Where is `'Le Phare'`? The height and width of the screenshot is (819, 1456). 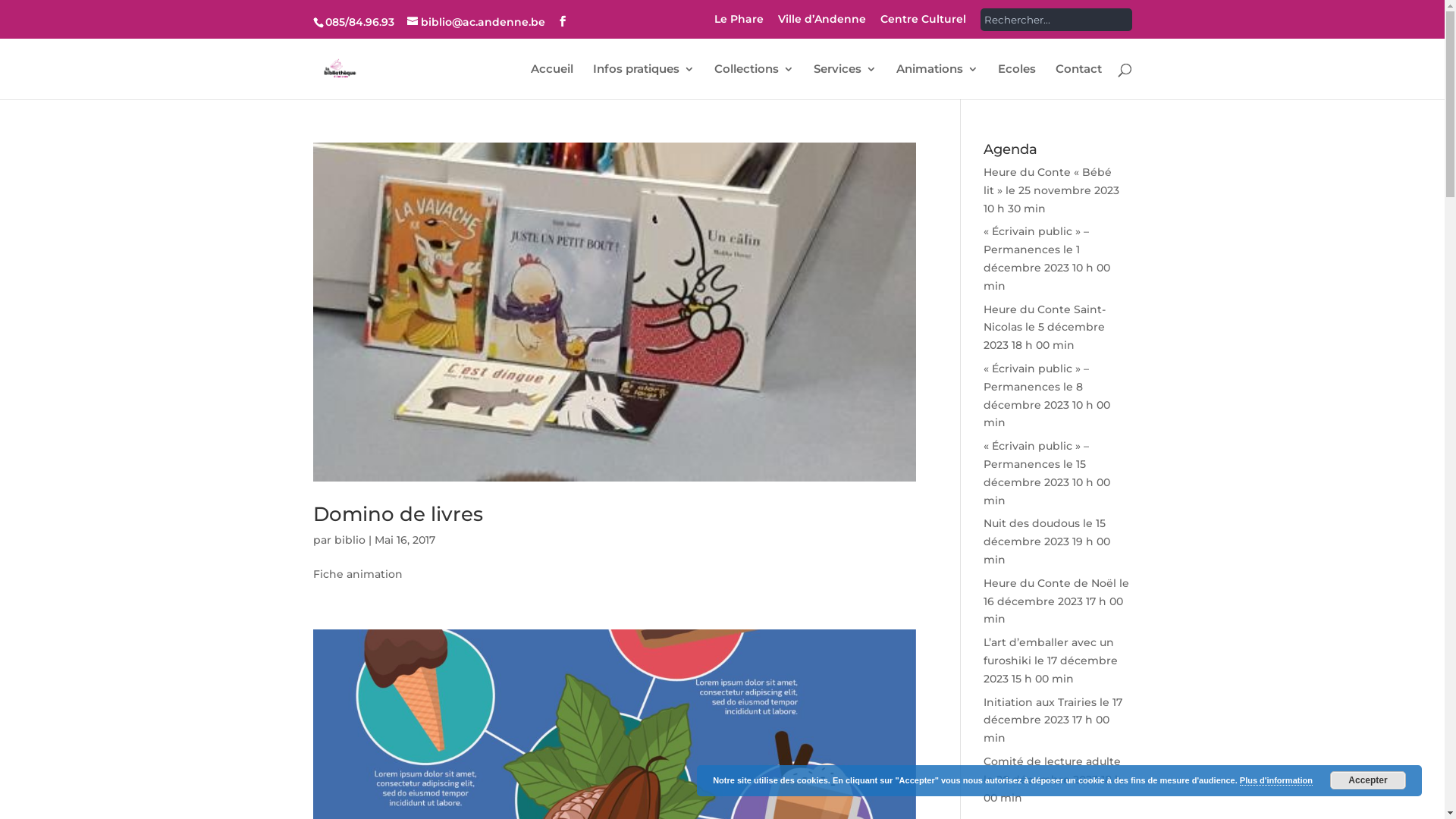
'Le Phare' is located at coordinates (739, 23).